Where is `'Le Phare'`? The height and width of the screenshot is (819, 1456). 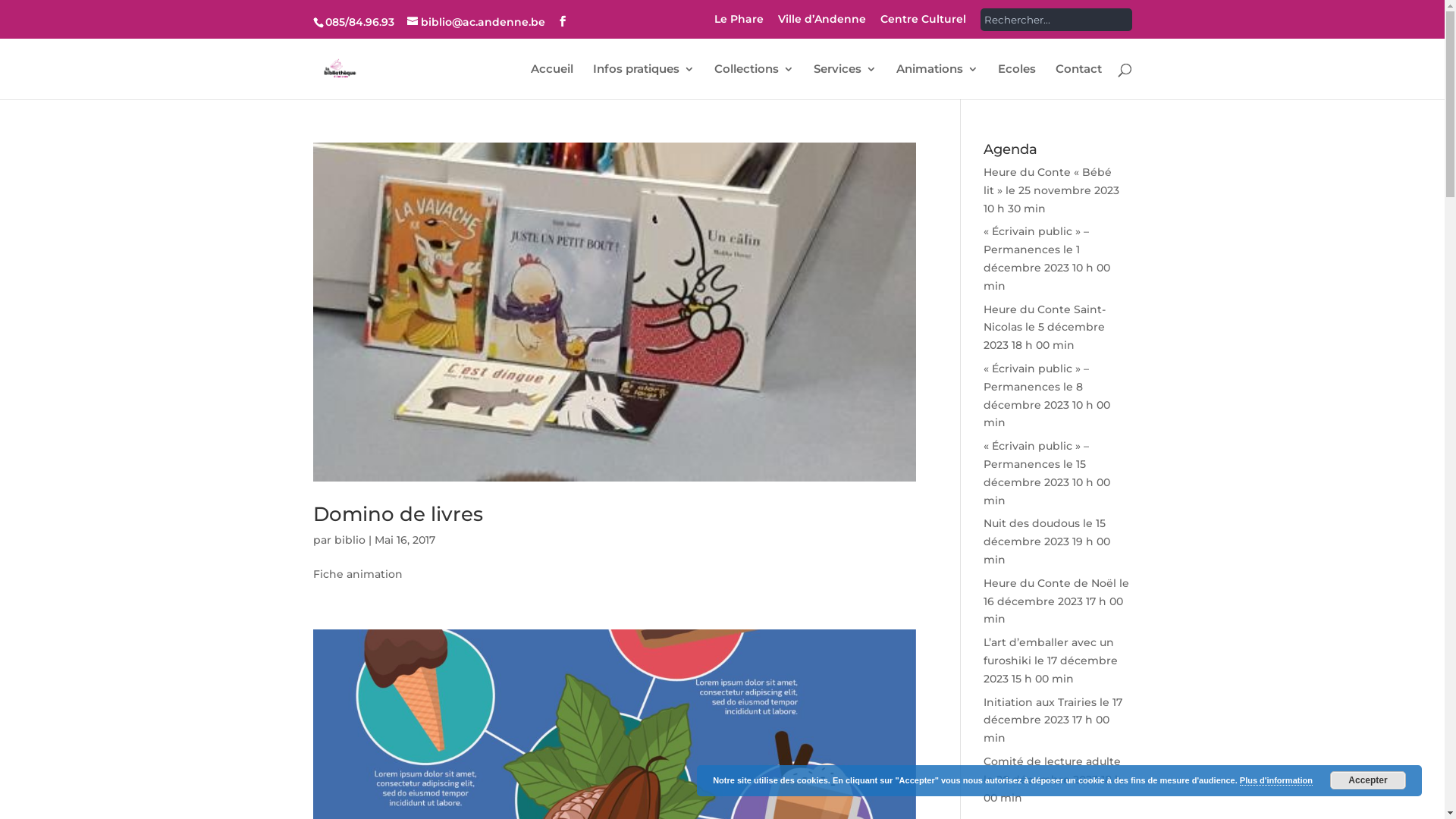
'Le Phare' is located at coordinates (739, 23).